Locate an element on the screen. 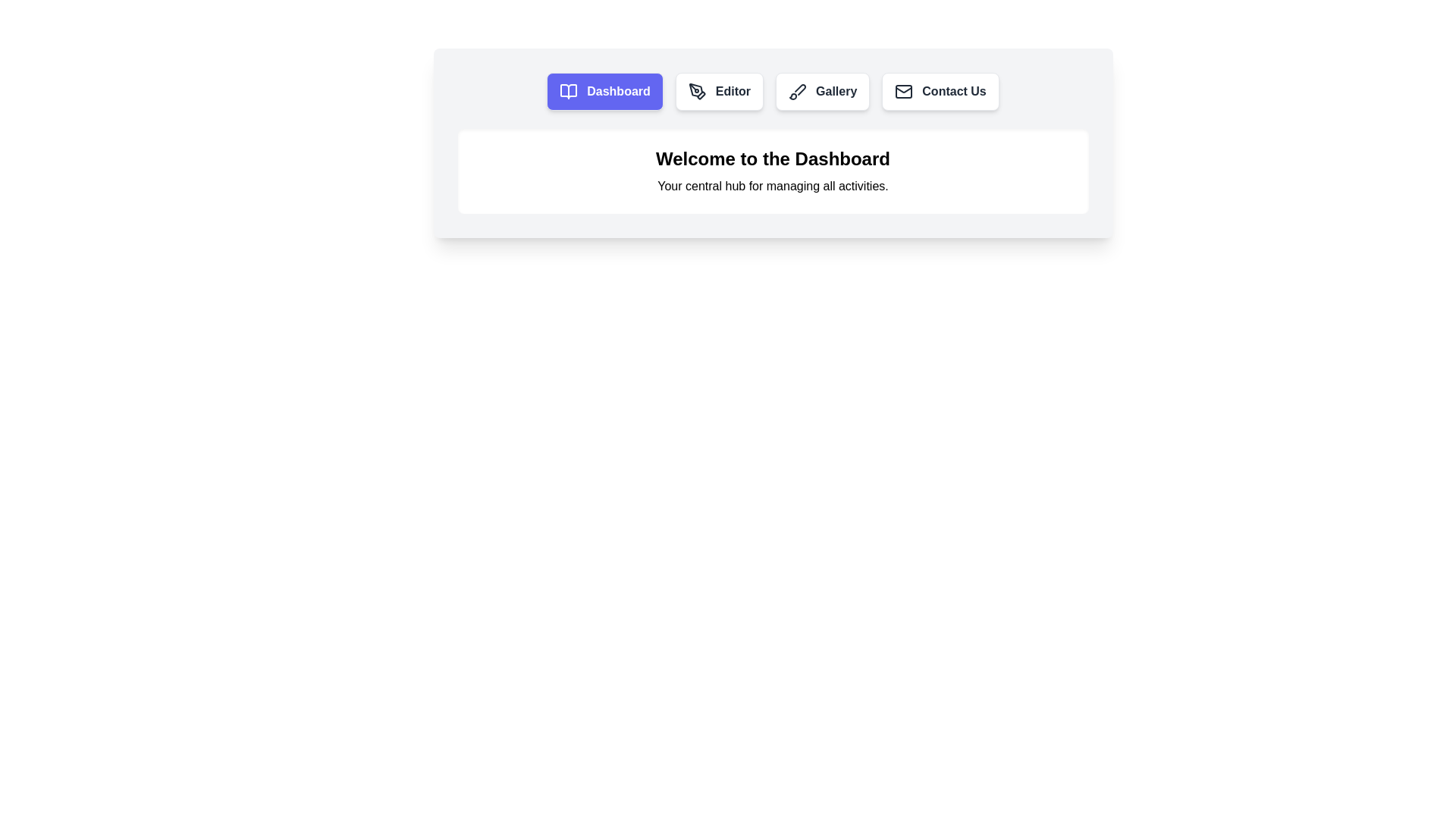 The width and height of the screenshot is (1456, 819). the mail envelope icon, which is part of the 'Contact Us' button, located to the left of the text label is located at coordinates (904, 91).